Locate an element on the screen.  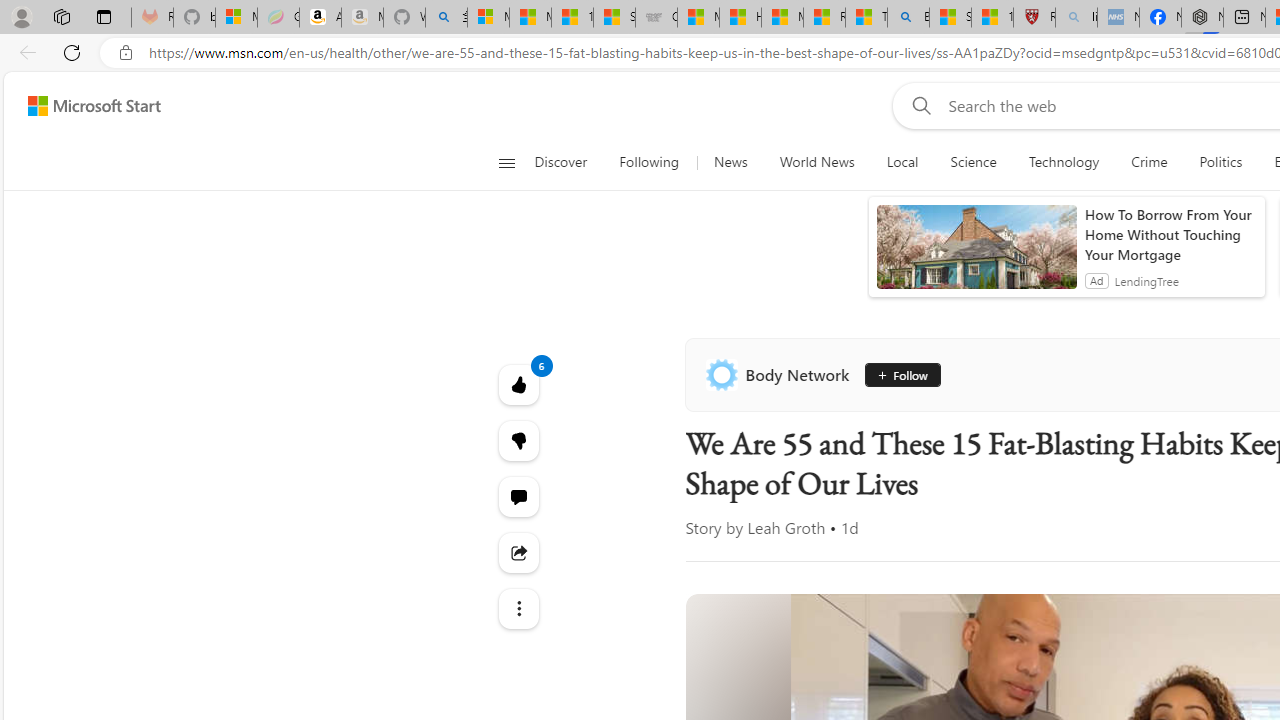
'6 Like' is located at coordinates (518, 384).